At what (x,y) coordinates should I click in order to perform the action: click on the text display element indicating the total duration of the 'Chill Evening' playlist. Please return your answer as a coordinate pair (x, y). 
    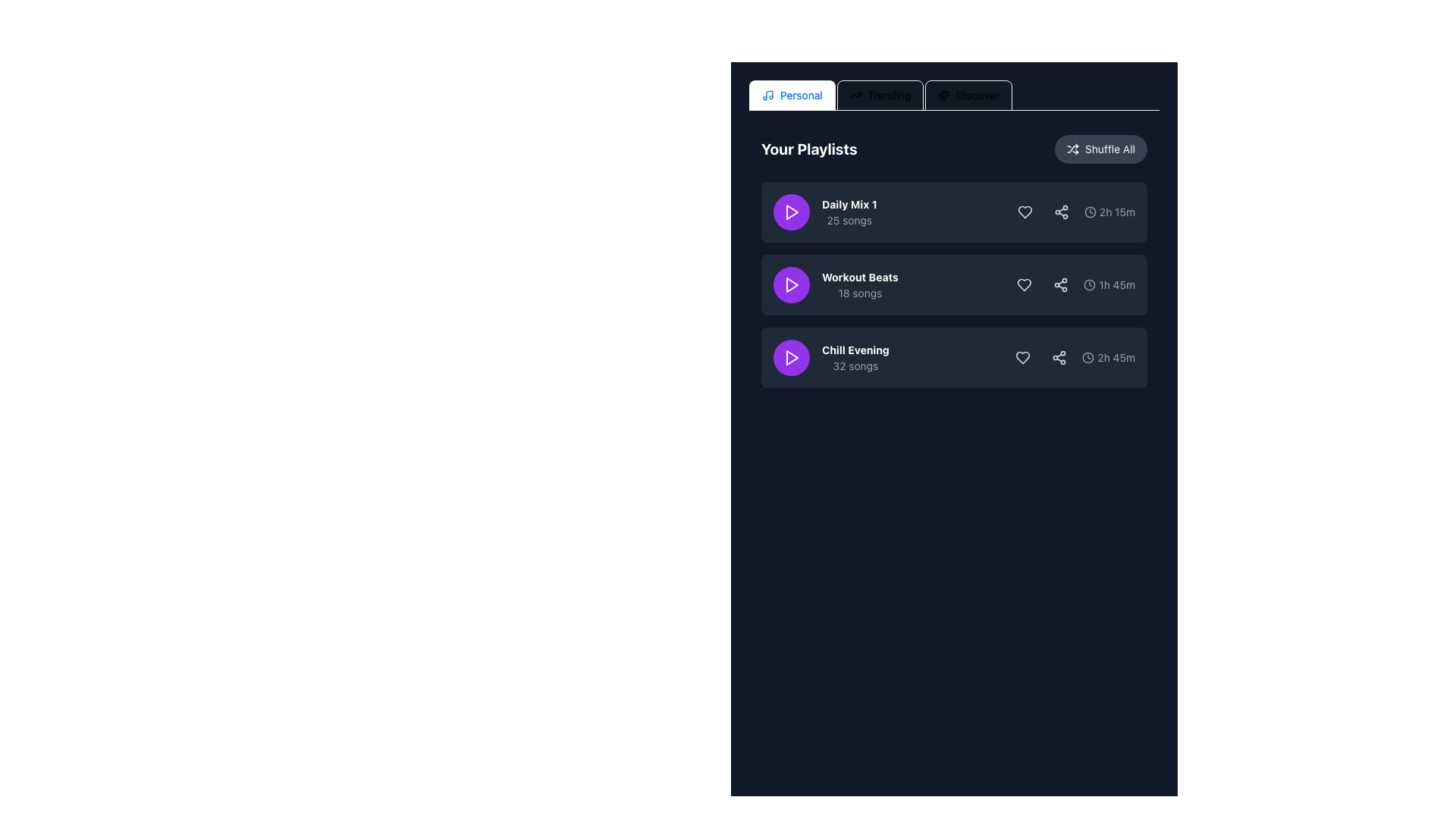
    Looking at the image, I should click on (1072, 357).